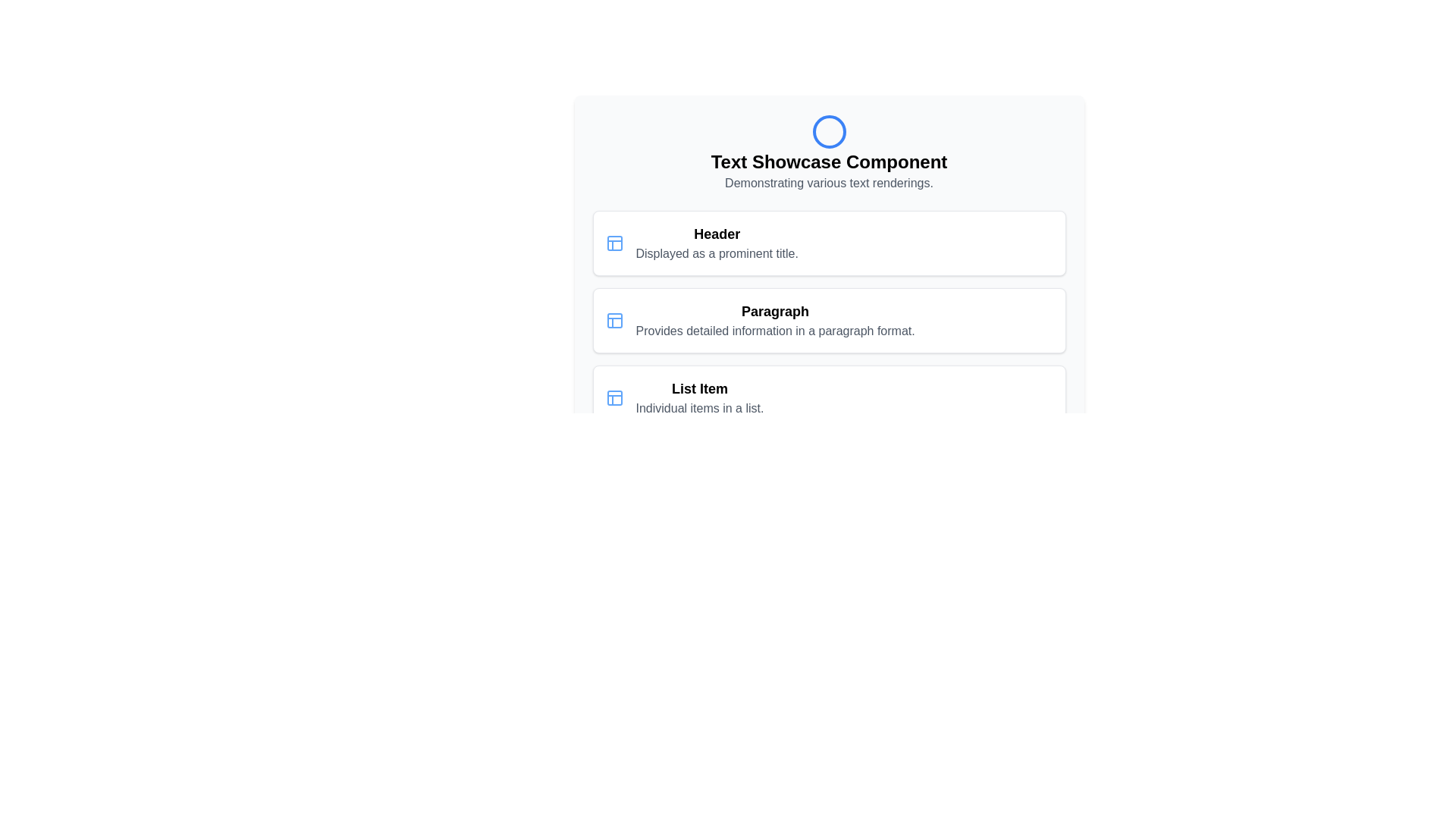 The image size is (1456, 819). I want to click on displayed text from the Textual Content Block that is the third item in the 'Text Showcase Component' list, positioned between the 'Paragraph' item and subsequent content, so click(698, 397).